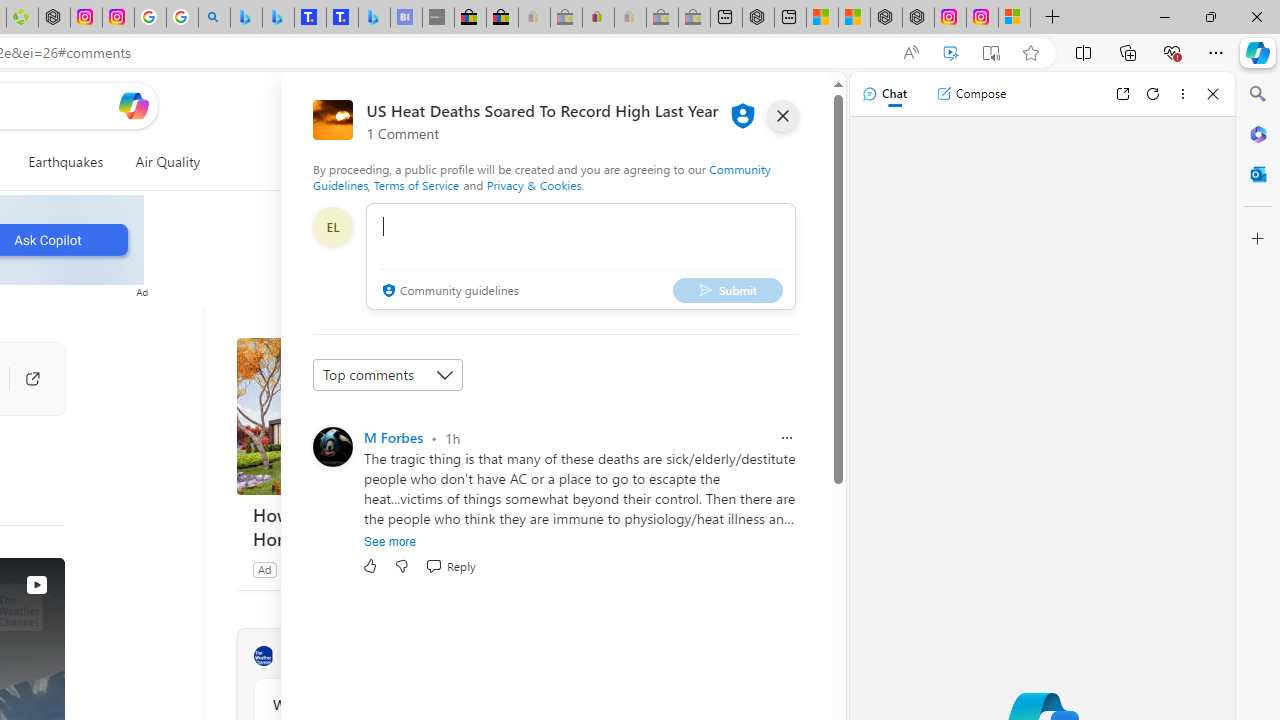  What do you see at coordinates (415, 185) in the screenshot?
I see `'Terms of Service'` at bounding box center [415, 185].